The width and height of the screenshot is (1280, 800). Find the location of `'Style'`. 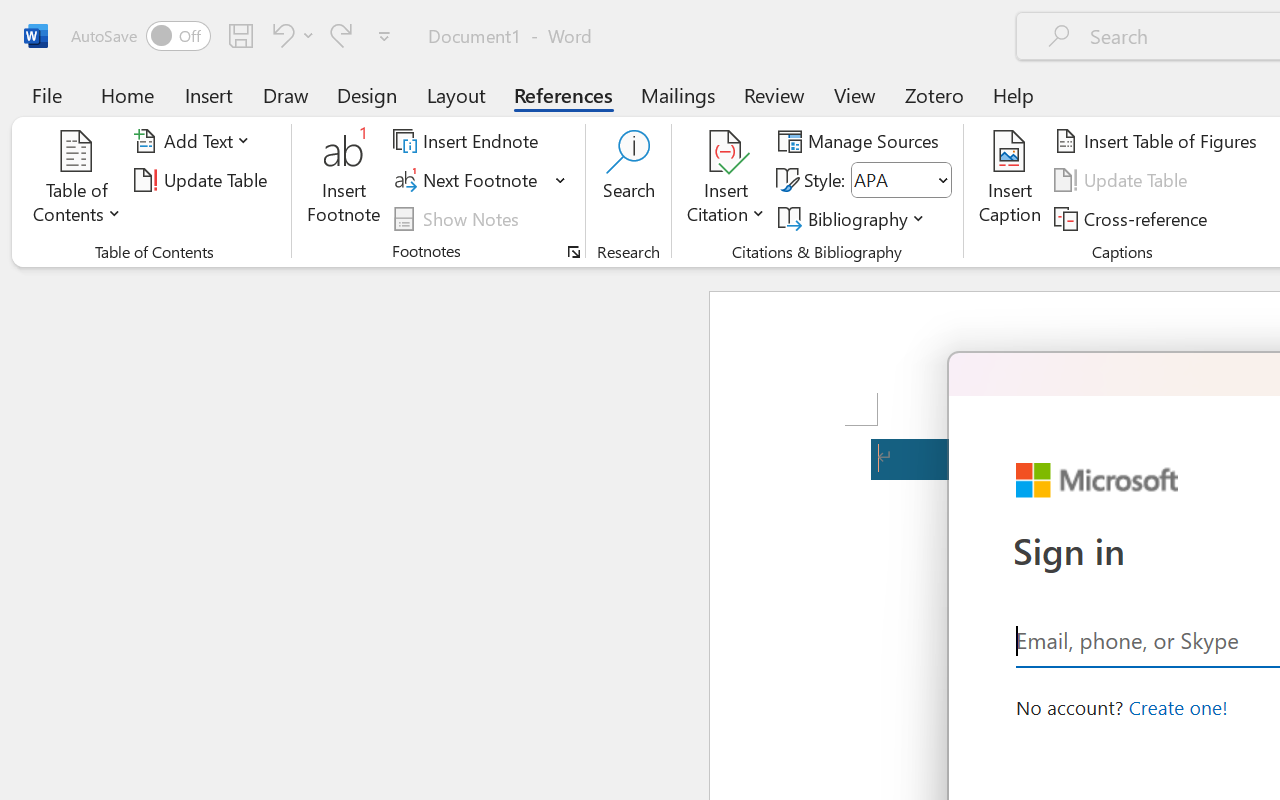

'Style' is located at coordinates (891, 178).